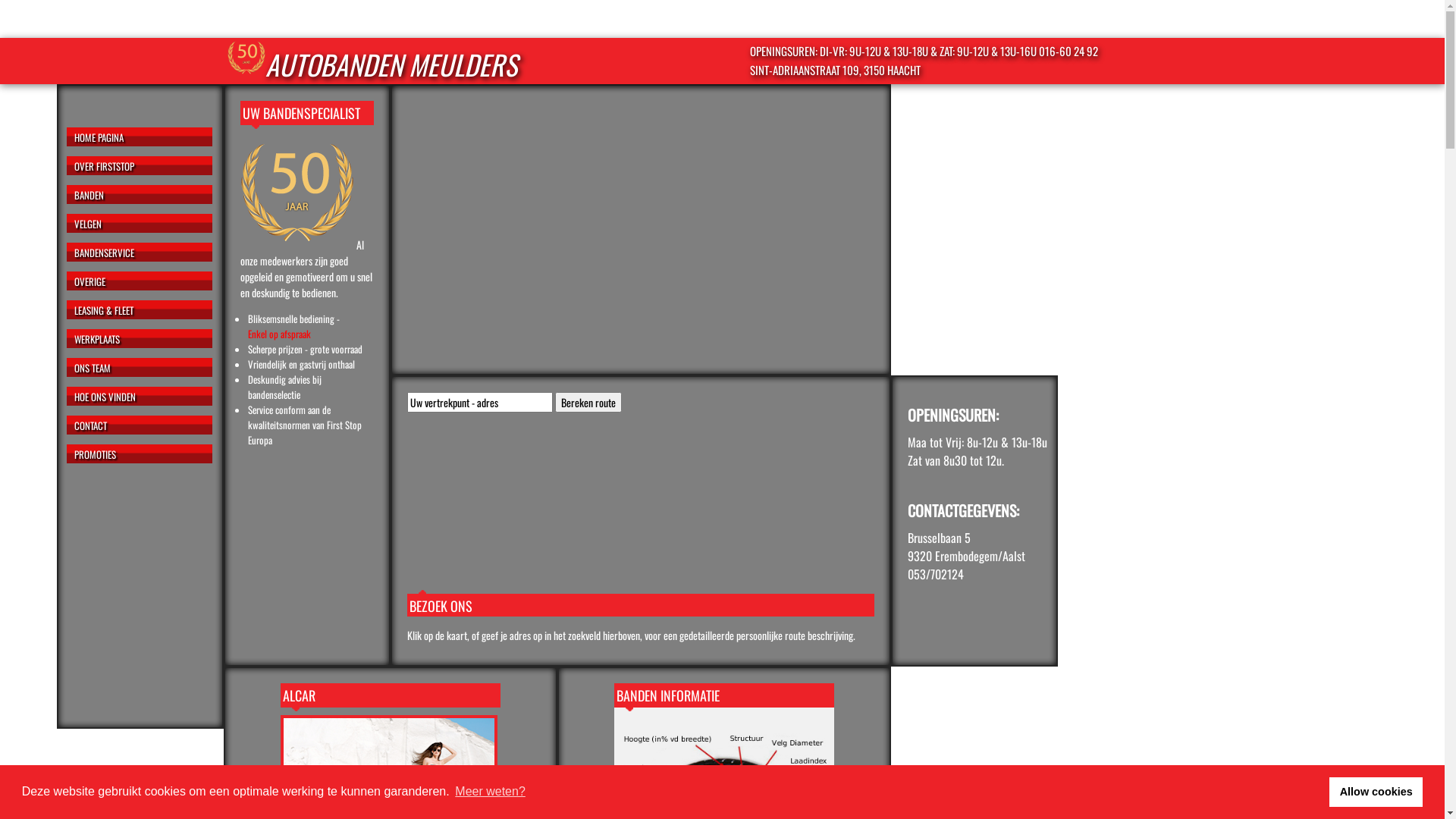 The image size is (1456, 819). Describe the element at coordinates (1376, 791) in the screenshot. I see `'Allow cookies'` at that location.